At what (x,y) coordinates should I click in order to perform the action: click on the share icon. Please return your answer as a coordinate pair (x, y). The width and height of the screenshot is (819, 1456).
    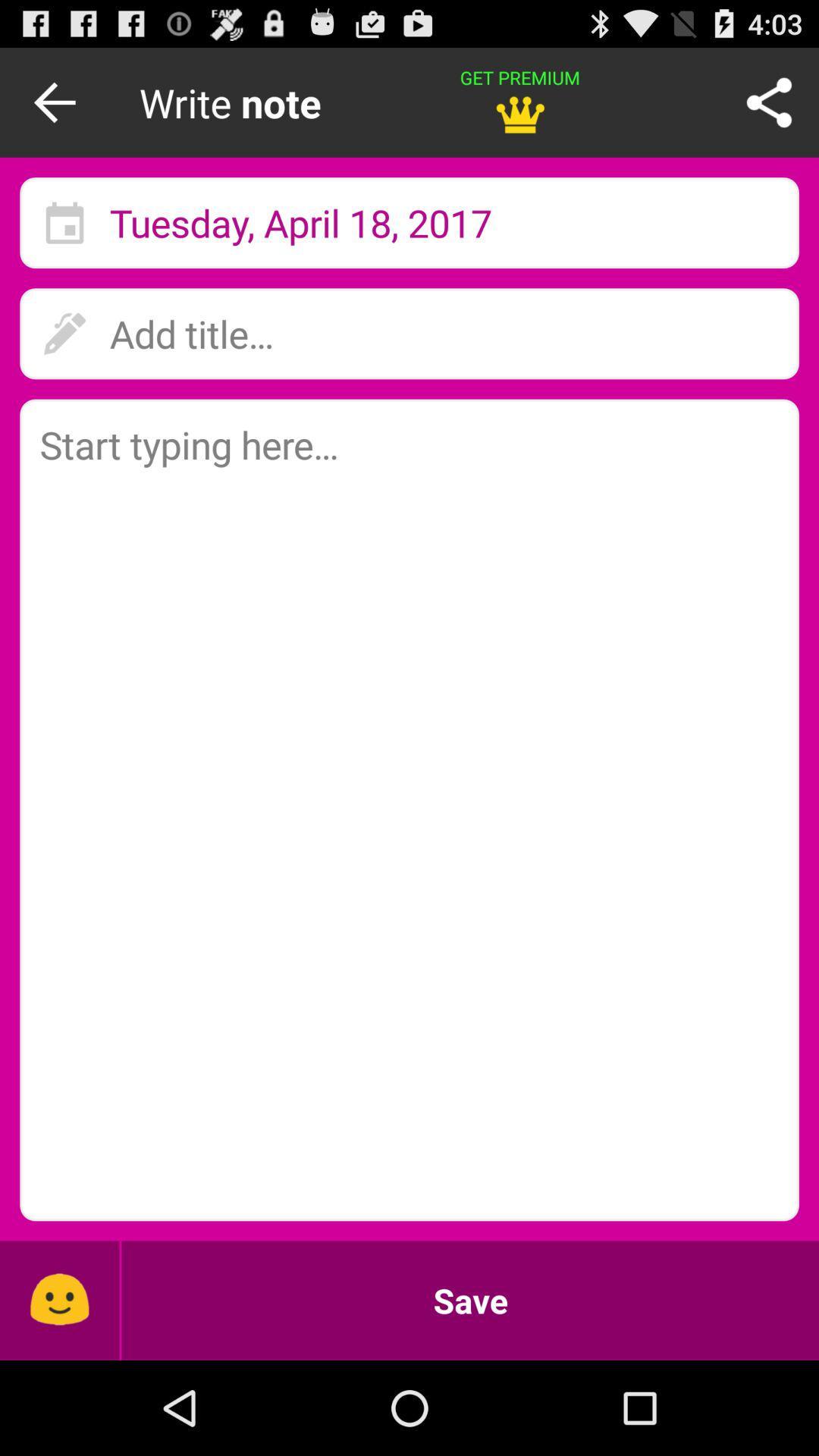
    Looking at the image, I should click on (769, 108).